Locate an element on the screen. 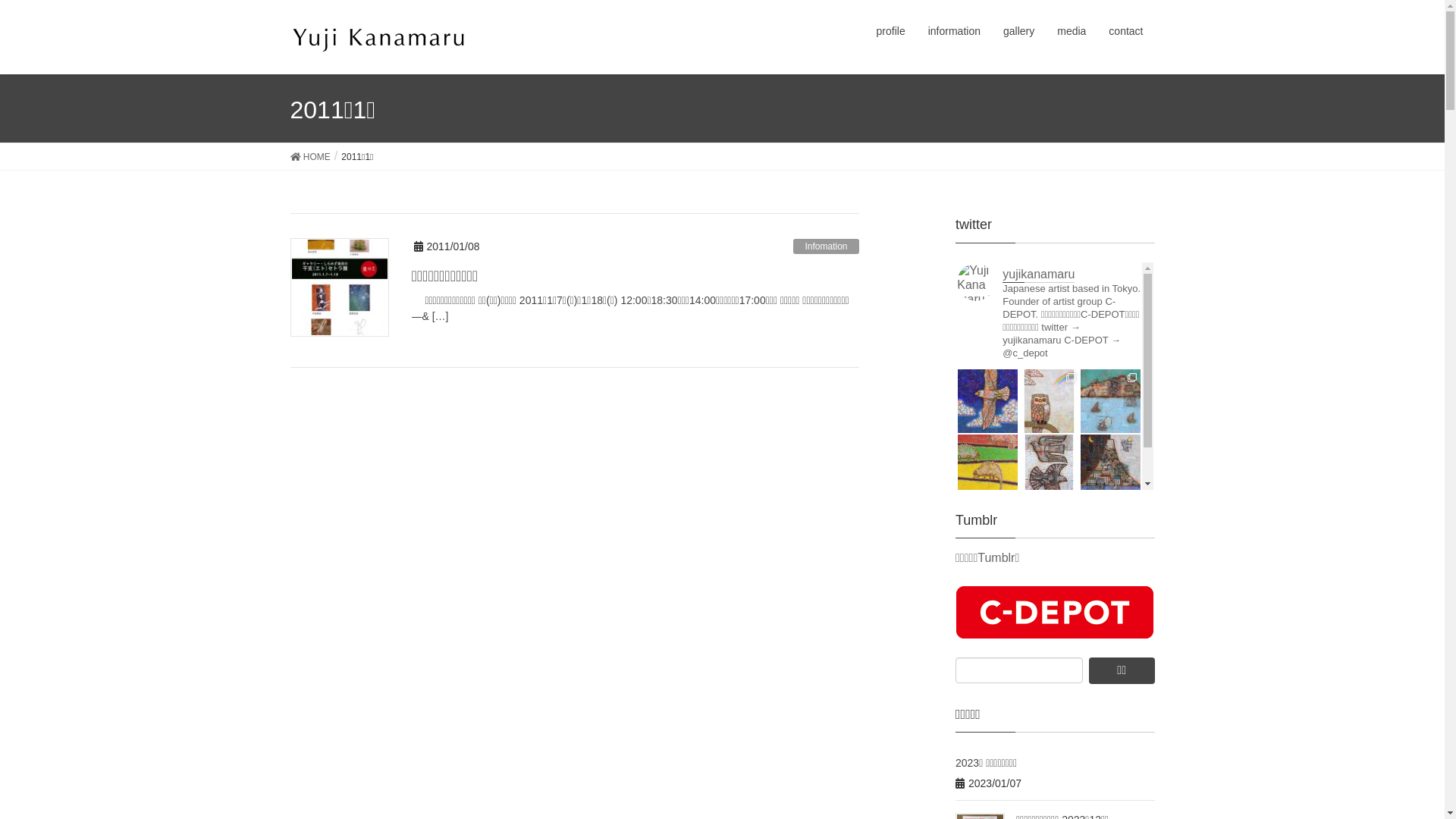 This screenshot has height=819, width=1456. 'media' is located at coordinates (1070, 31).